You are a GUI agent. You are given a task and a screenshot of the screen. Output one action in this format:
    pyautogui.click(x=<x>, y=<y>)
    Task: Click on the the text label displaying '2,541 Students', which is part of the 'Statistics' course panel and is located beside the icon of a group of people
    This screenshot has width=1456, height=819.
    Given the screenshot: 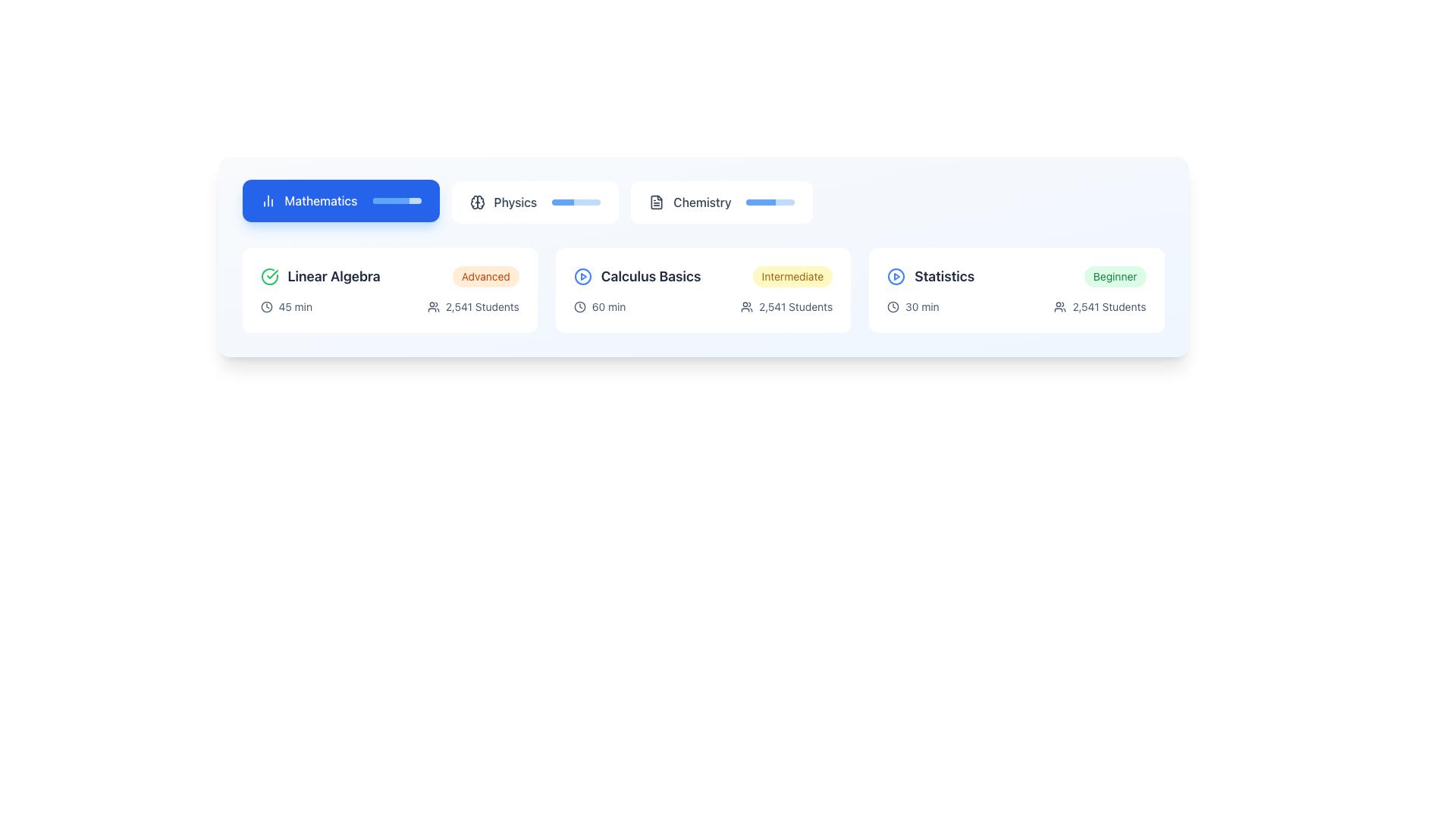 What is the action you would take?
    pyautogui.click(x=1109, y=307)
    